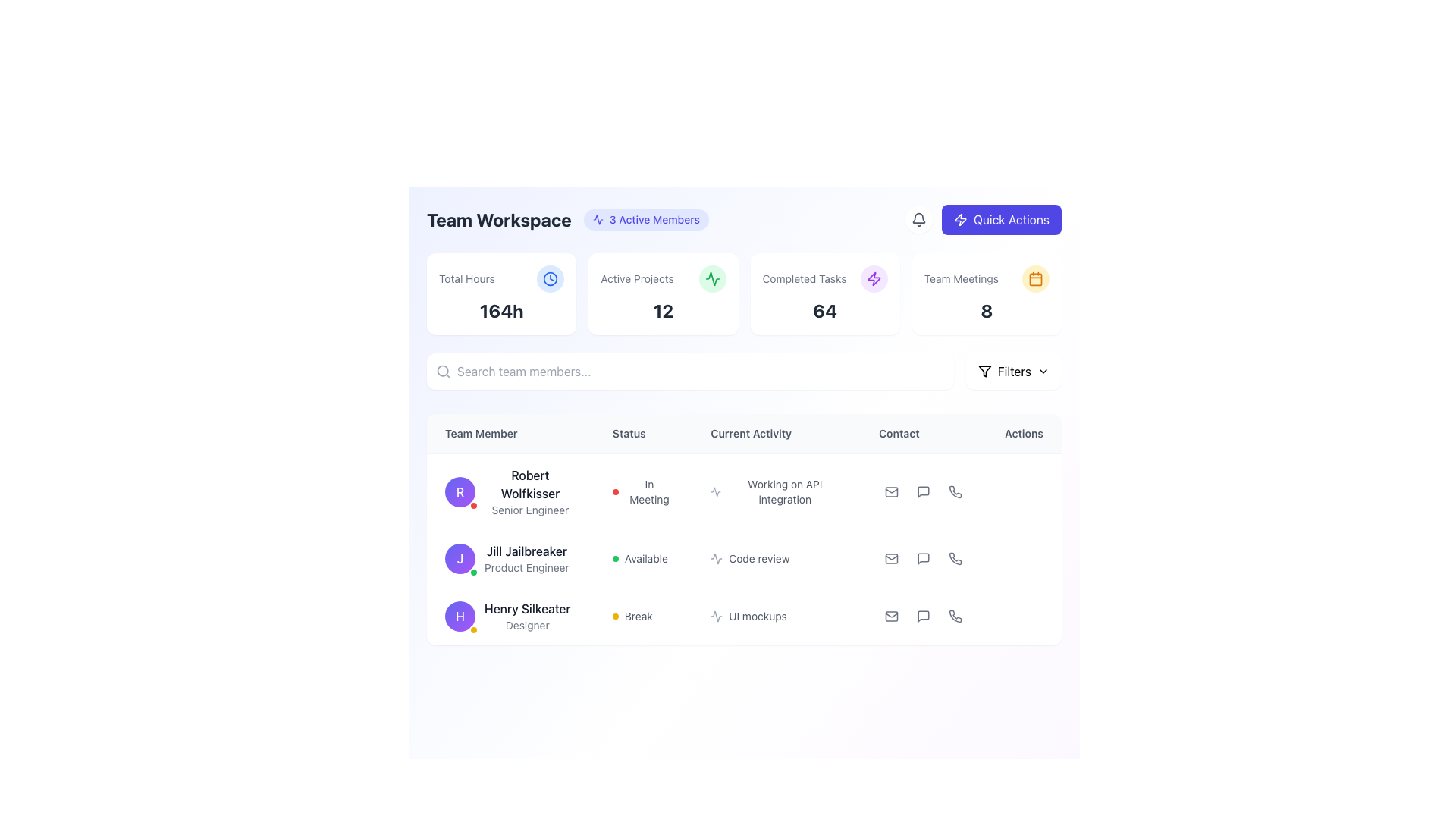  I want to click on the speech bubble icon in the 'Actions' column of the first row of the team member table, so click(923, 491).